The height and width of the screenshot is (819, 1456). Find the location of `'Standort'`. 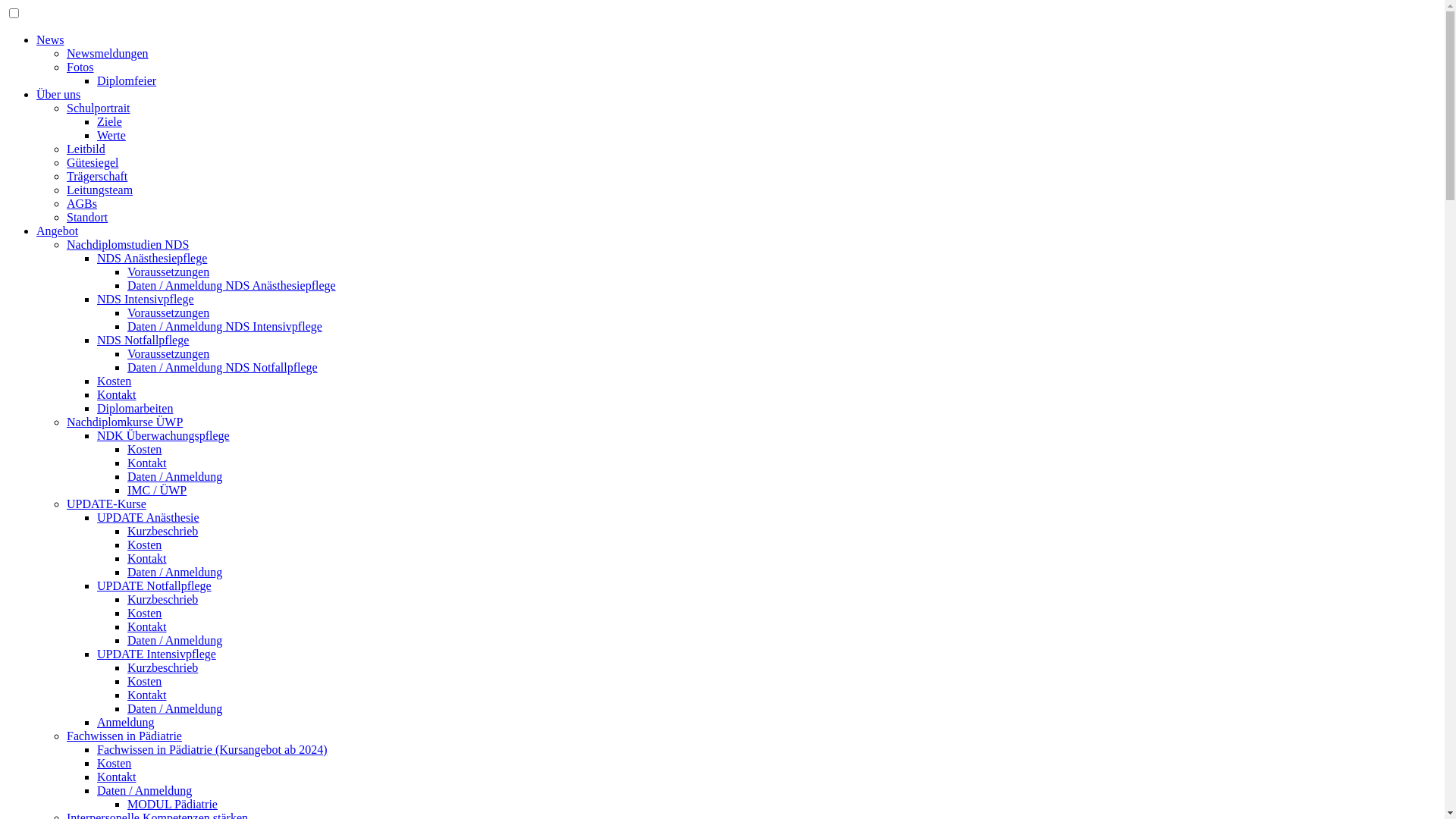

'Standort' is located at coordinates (86, 217).